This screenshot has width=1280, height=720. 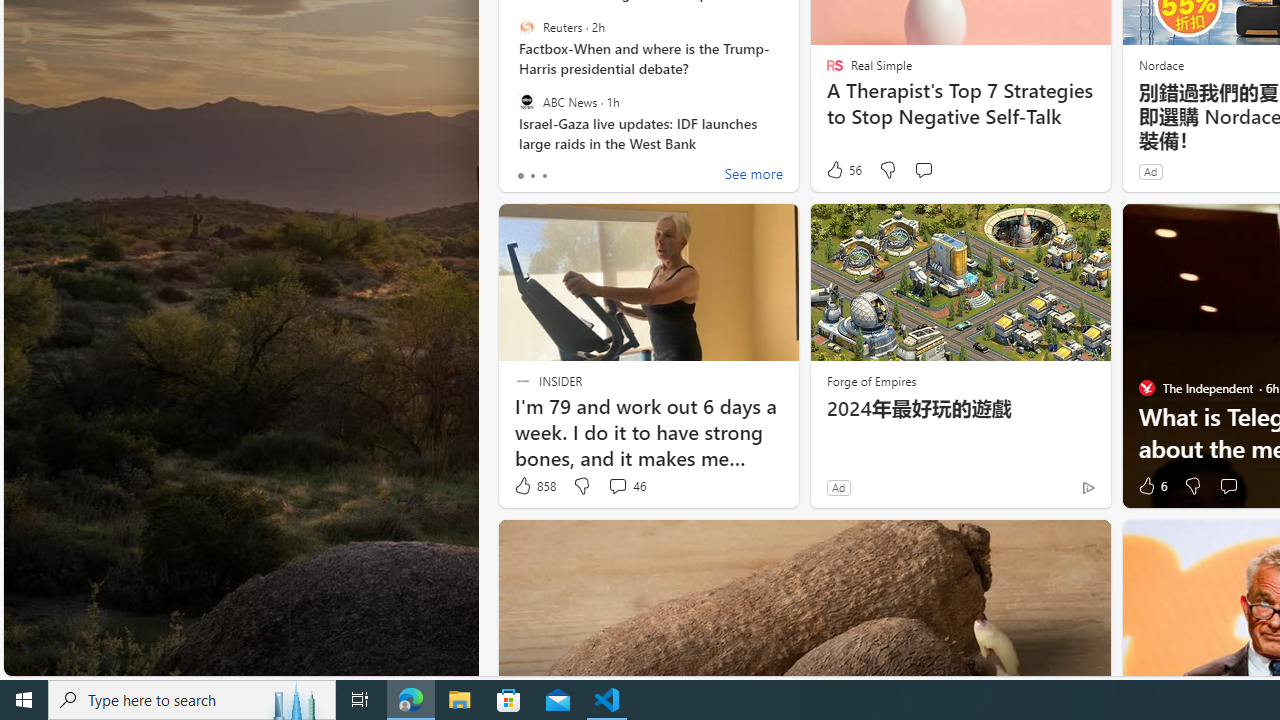 What do you see at coordinates (532, 175) in the screenshot?
I see `'tab-1'` at bounding box center [532, 175].